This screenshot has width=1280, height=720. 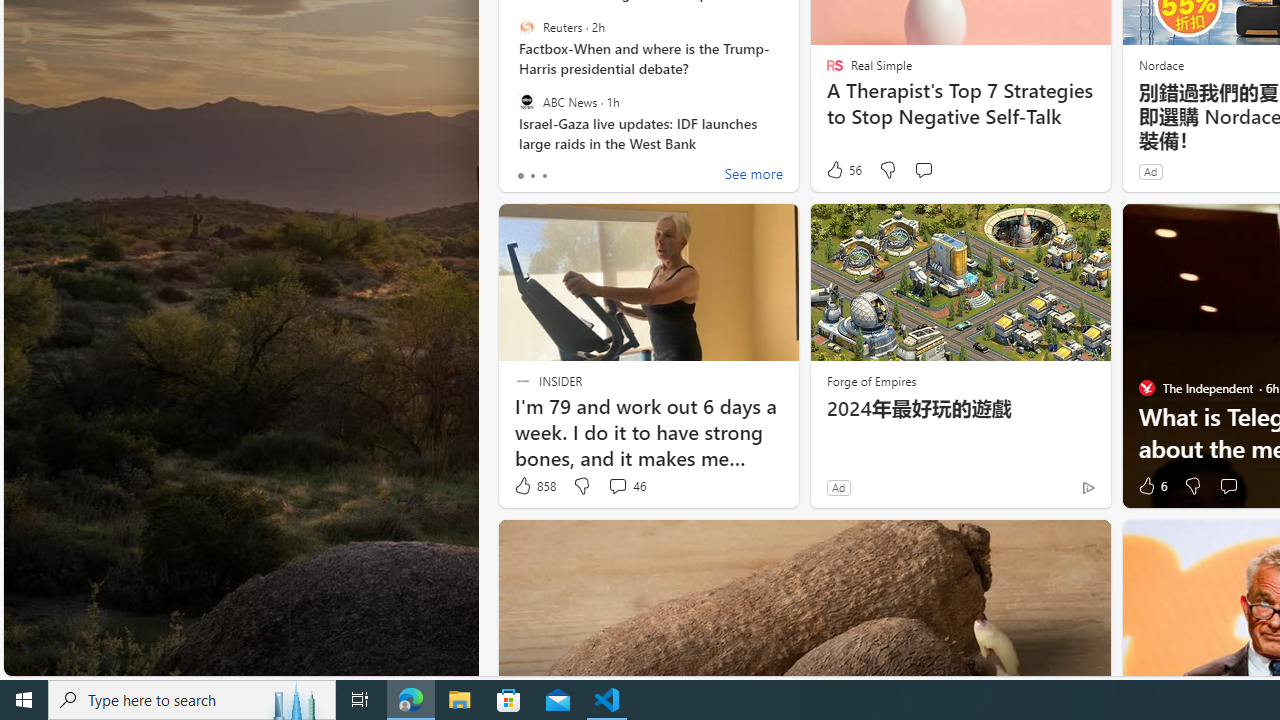 What do you see at coordinates (532, 175) in the screenshot?
I see `'tab-1'` at bounding box center [532, 175].